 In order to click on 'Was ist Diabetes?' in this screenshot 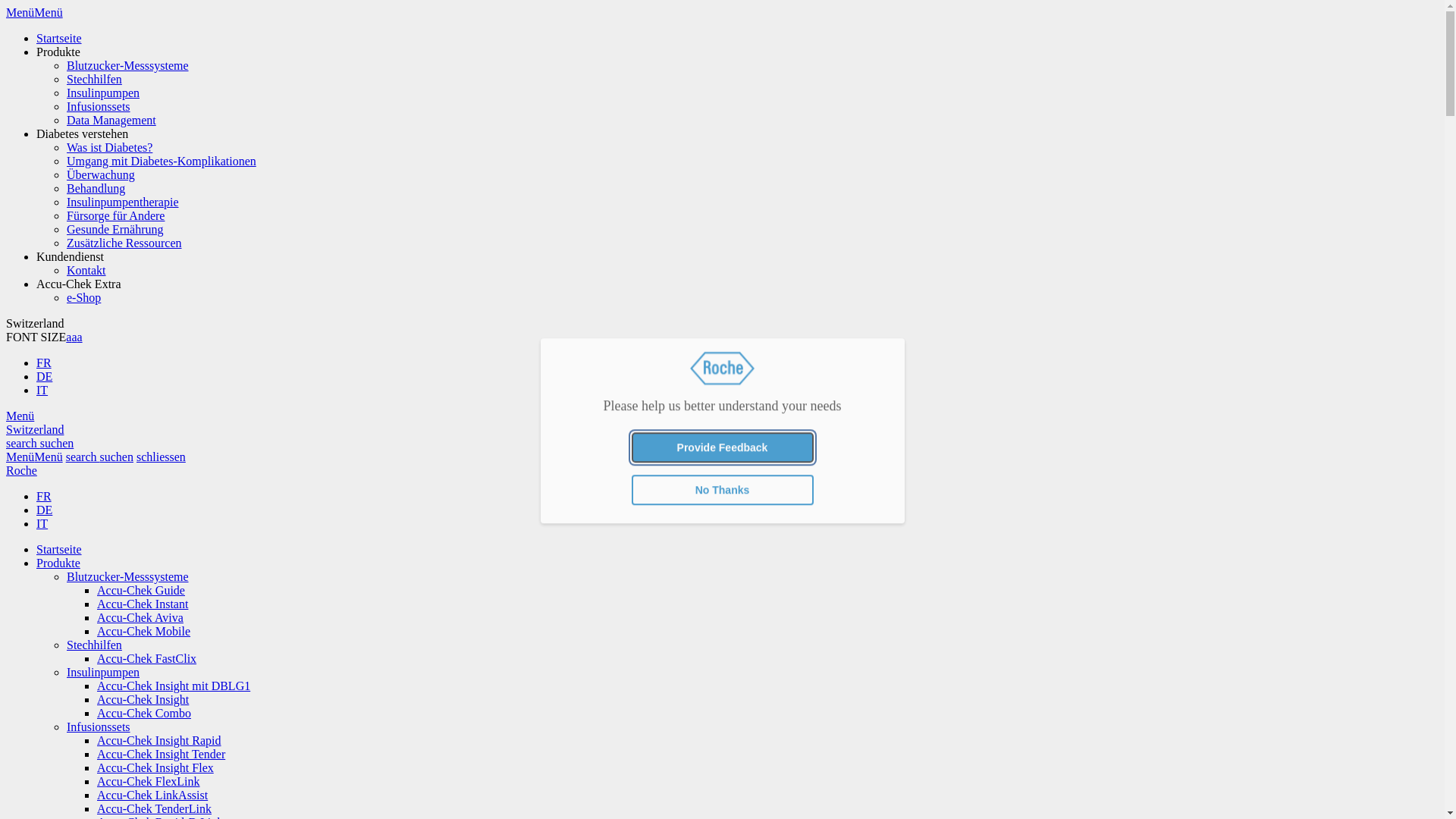, I will do `click(108, 147)`.